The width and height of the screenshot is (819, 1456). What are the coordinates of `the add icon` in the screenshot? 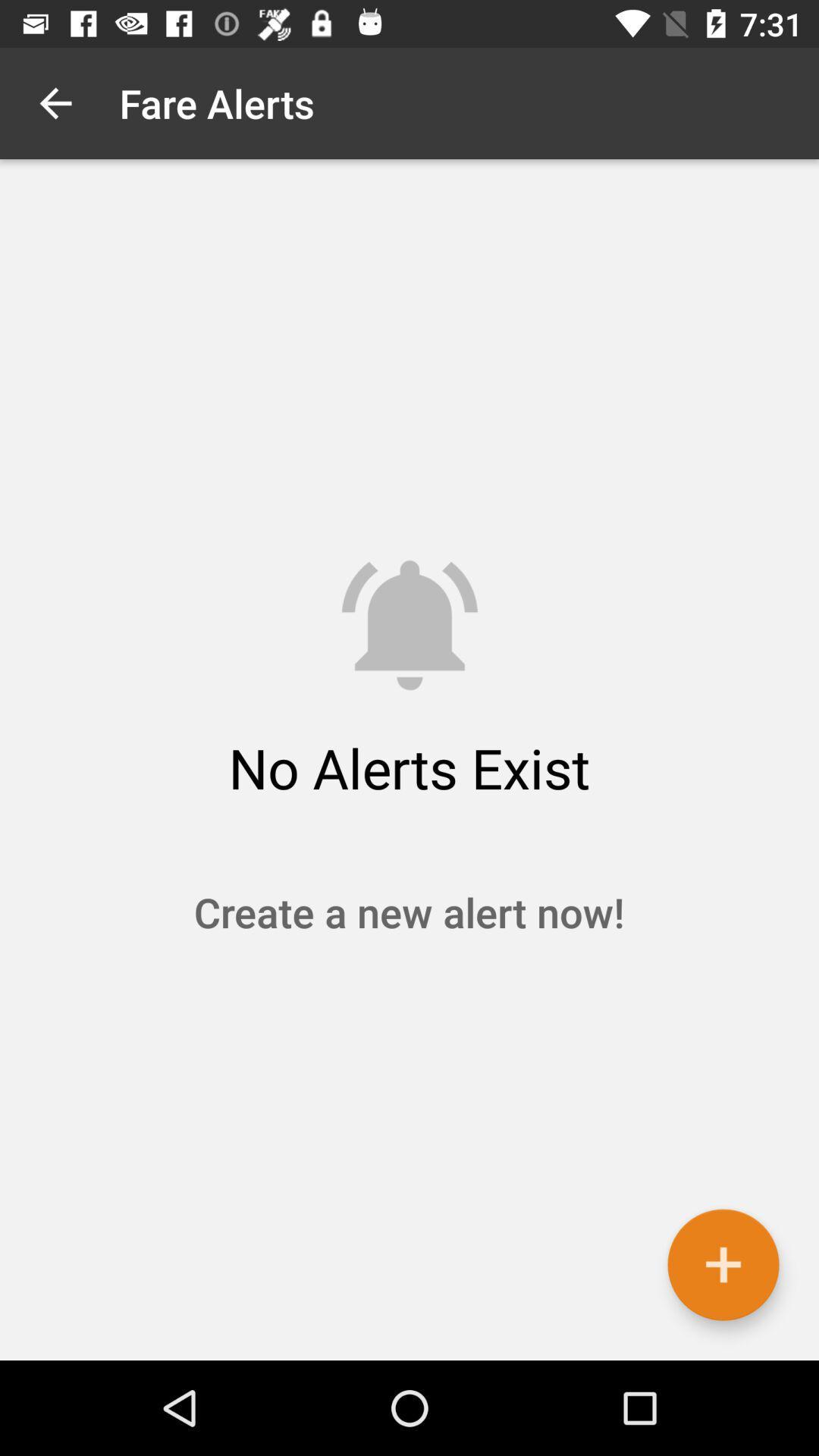 It's located at (722, 1264).